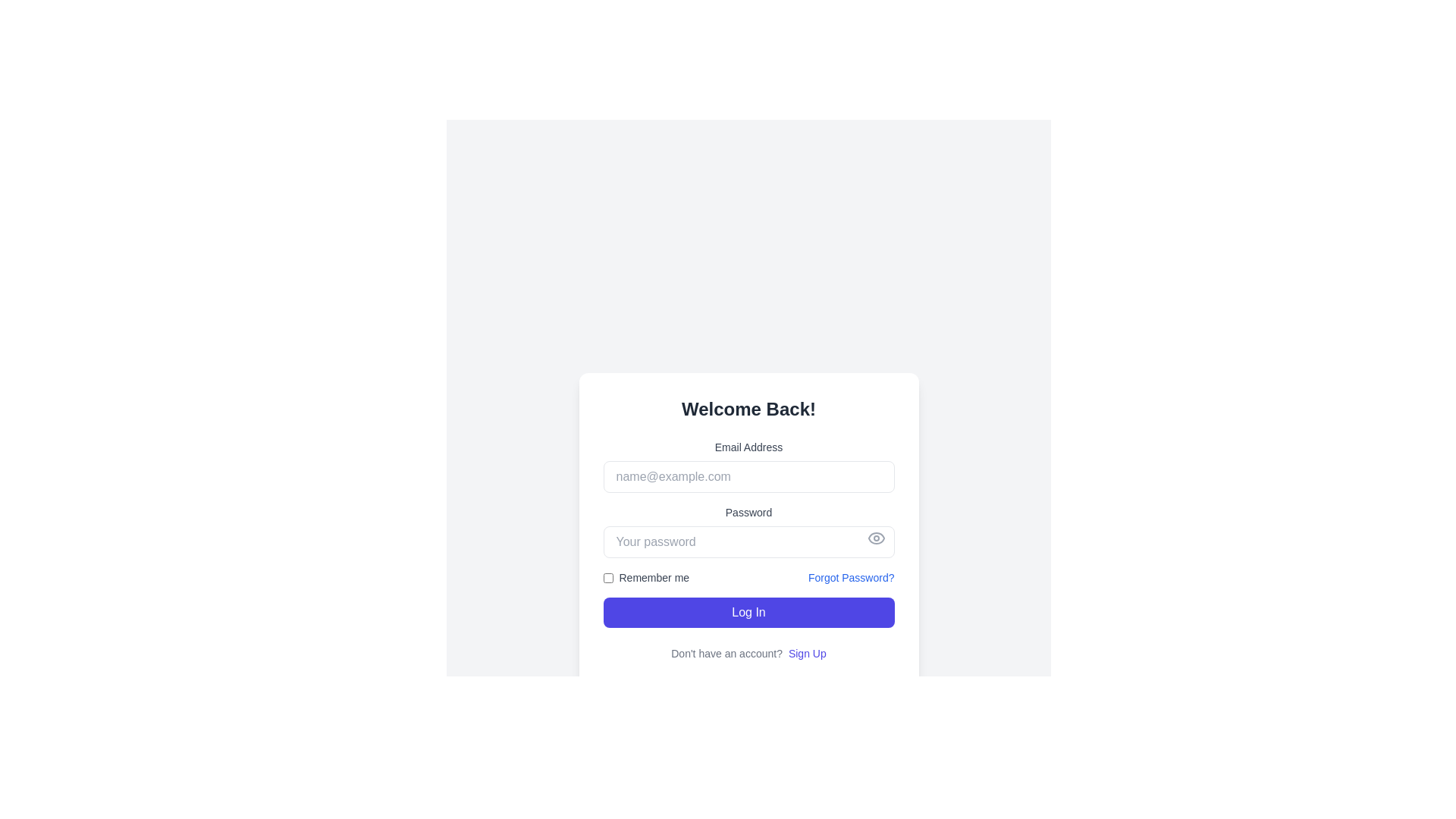 Image resolution: width=1456 pixels, height=819 pixels. Describe the element at coordinates (851, 578) in the screenshot. I see `the clickable text link 'Forgot Password?' located at the bottom right of the section` at that location.